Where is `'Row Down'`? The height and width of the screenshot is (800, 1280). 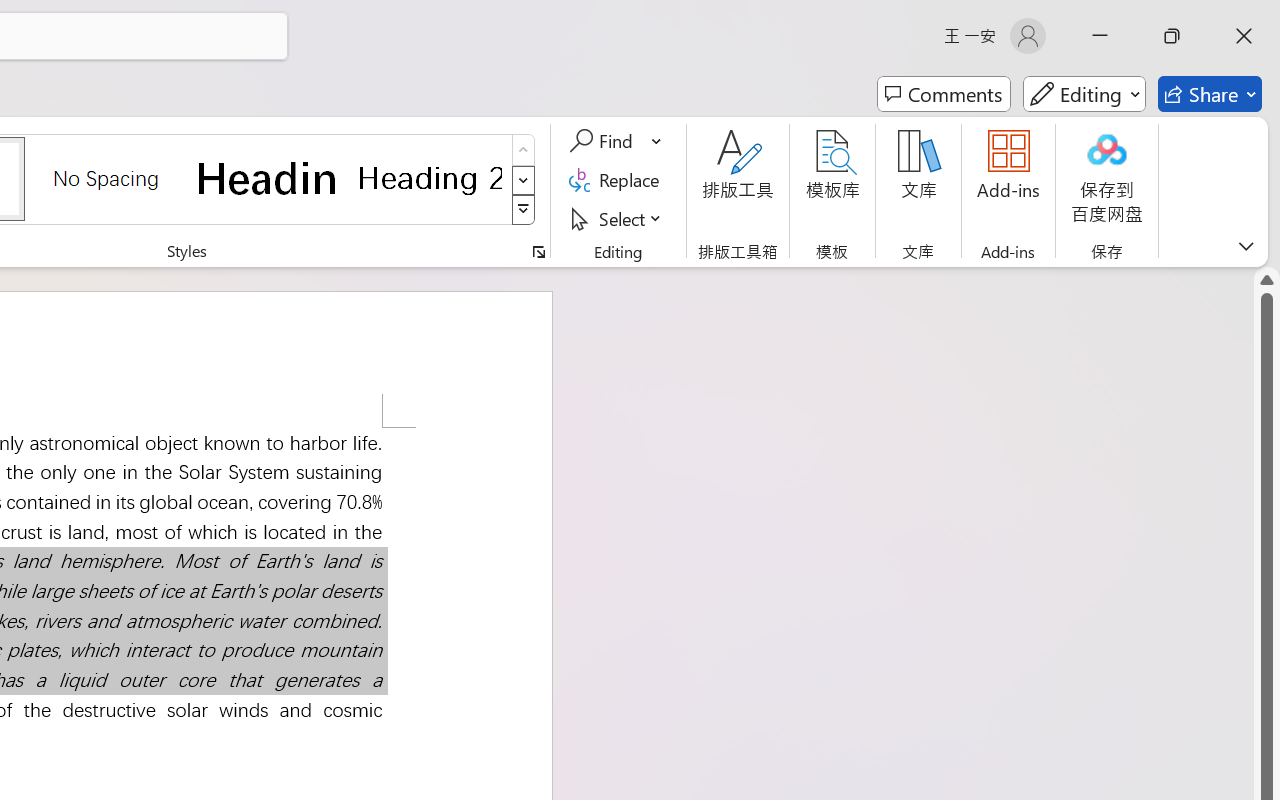 'Row Down' is located at coordinates (523, 179).